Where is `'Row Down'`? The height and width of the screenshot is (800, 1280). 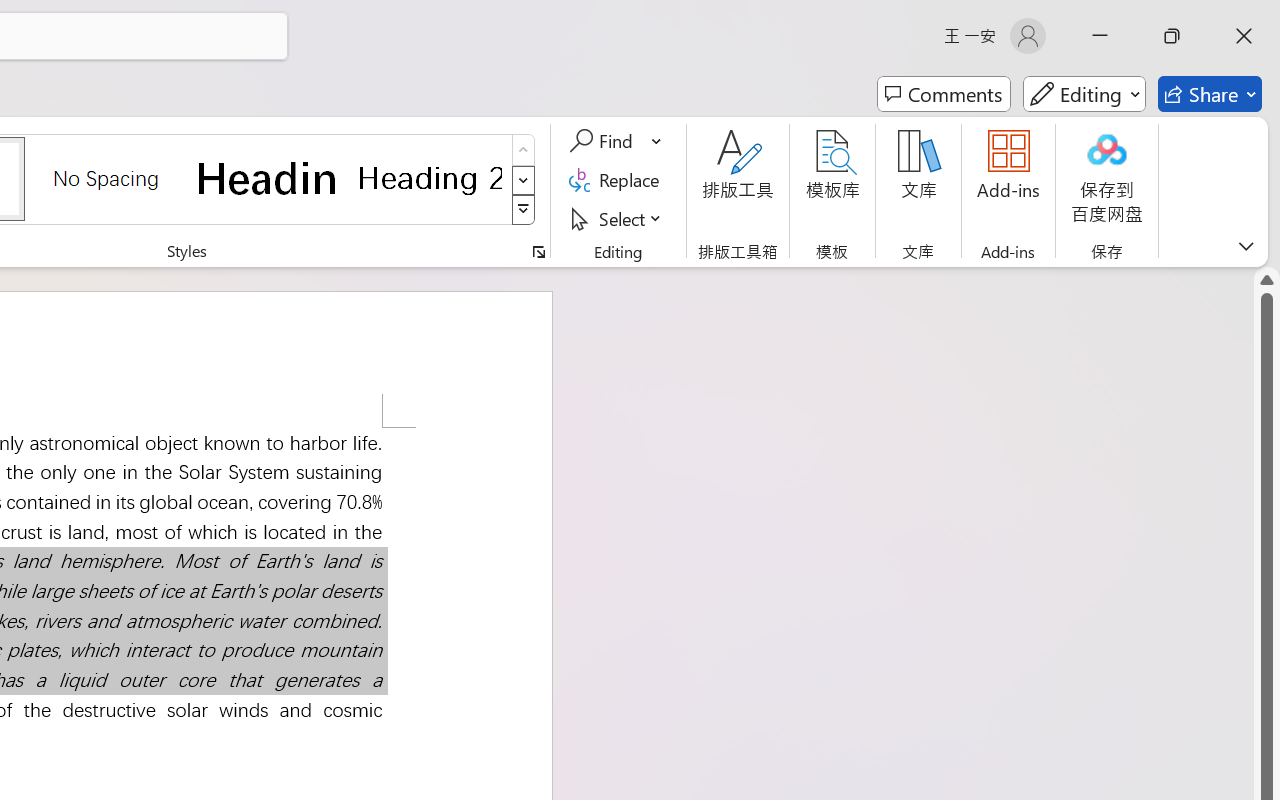 'Row Down' is located at coordinates (523, 179).